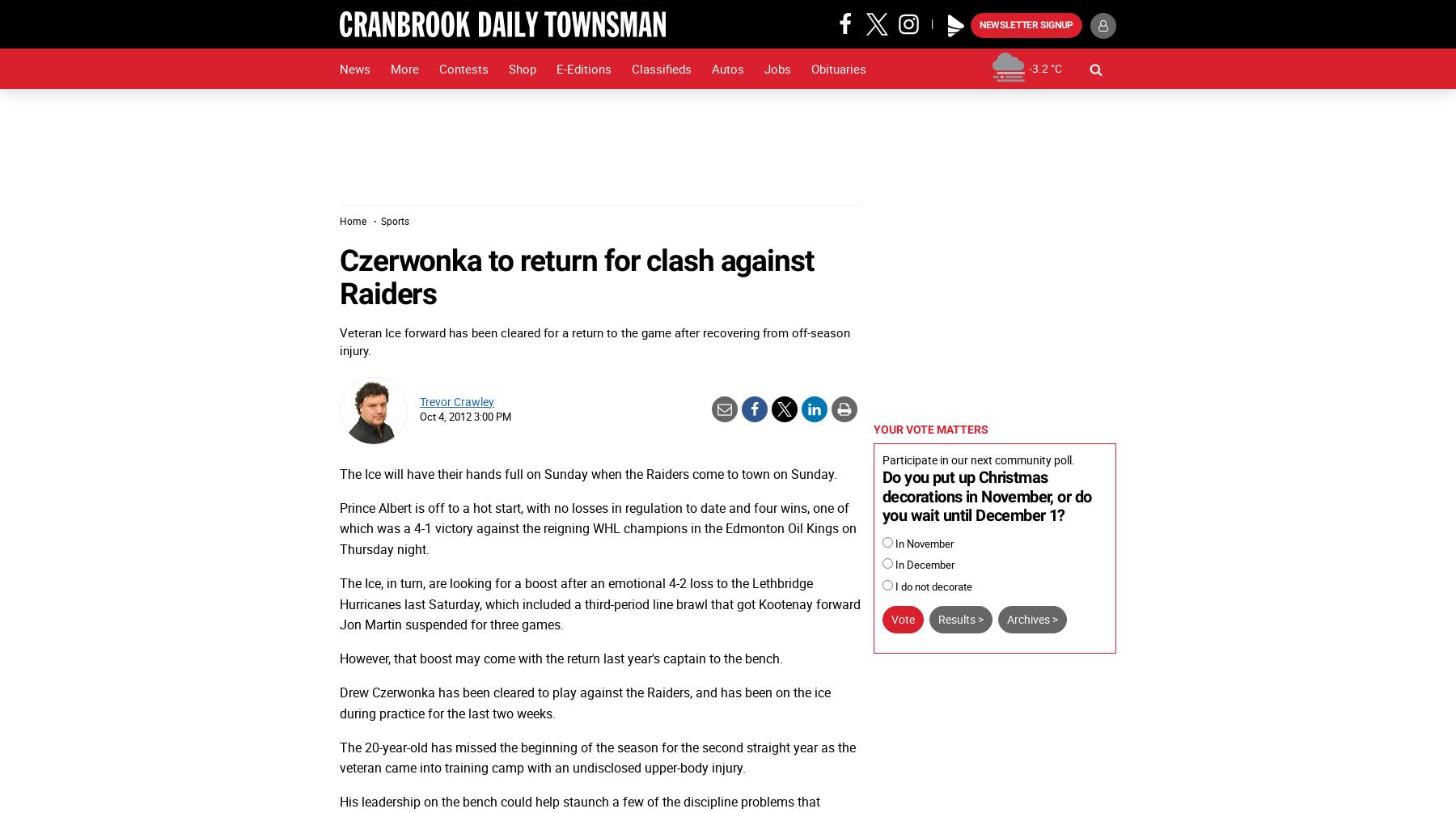 Image resolution: width=1456 pixels, height=813 pixels. Describe the element at coordinates (661, 69) in the screenshot. I see `'Classifieds'` at that location.